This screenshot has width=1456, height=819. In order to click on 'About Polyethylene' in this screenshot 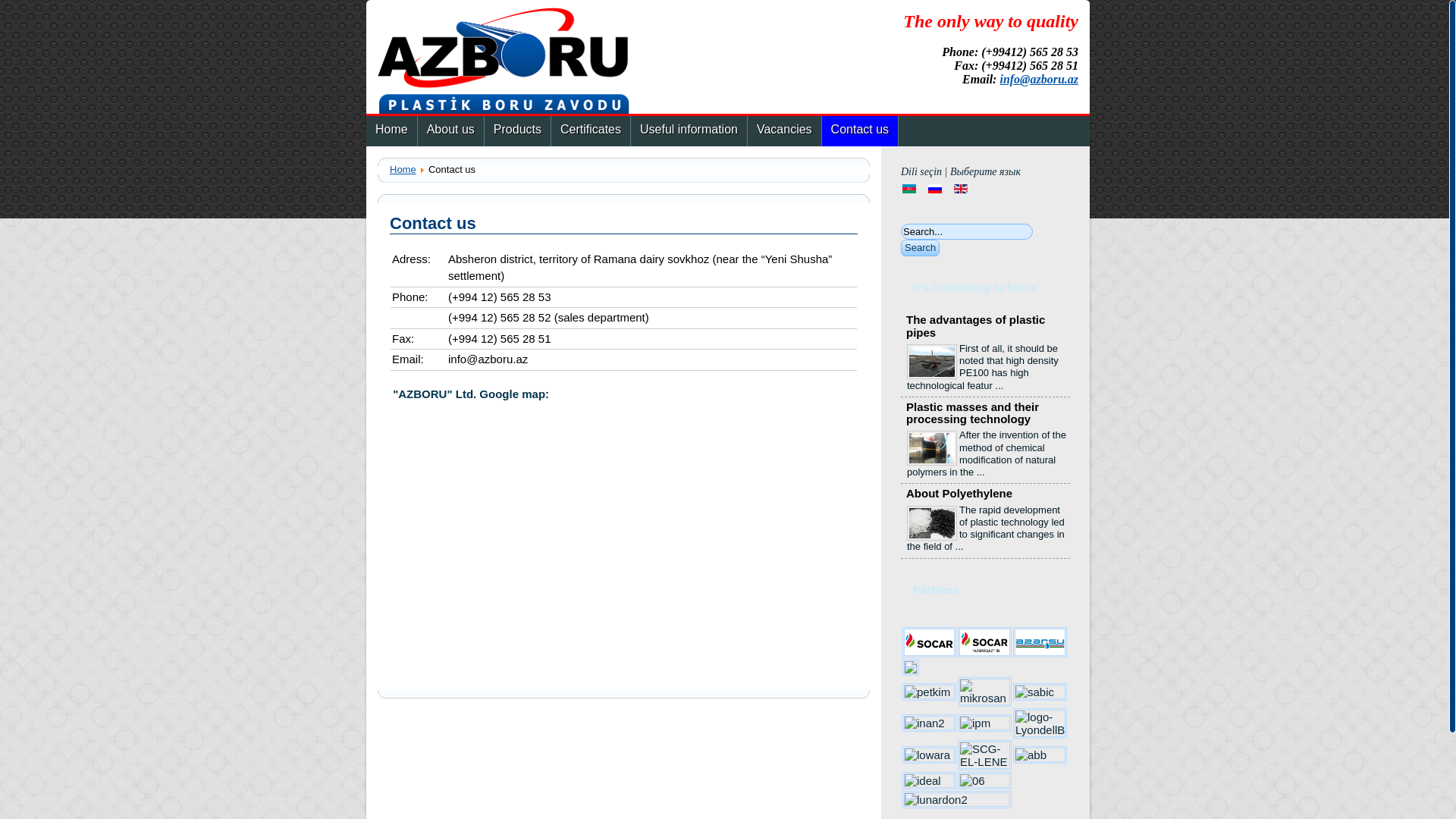, I will do `click(959, 493)`.